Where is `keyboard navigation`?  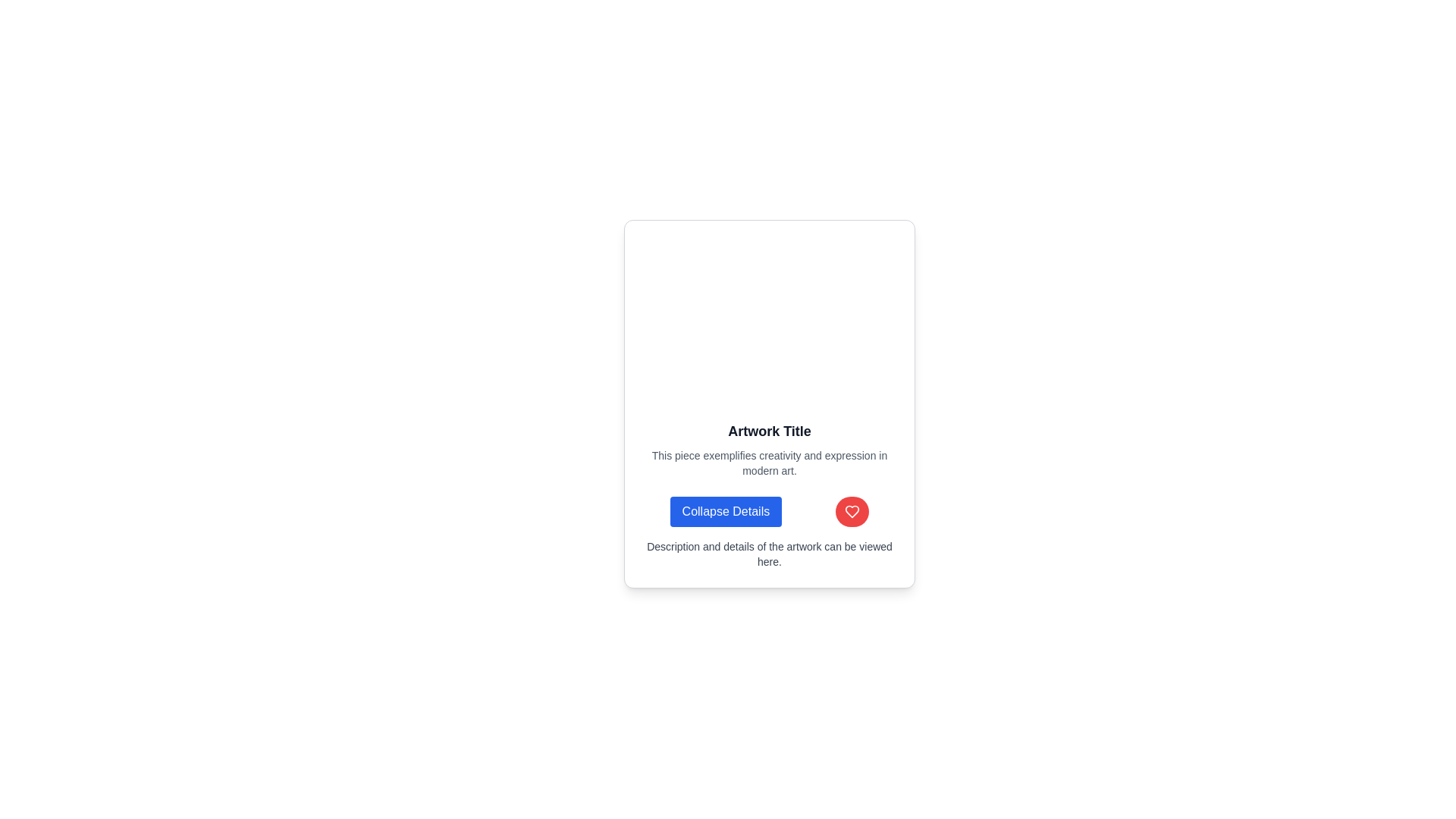 keyboard navigation is located at coordinates (725, 512).